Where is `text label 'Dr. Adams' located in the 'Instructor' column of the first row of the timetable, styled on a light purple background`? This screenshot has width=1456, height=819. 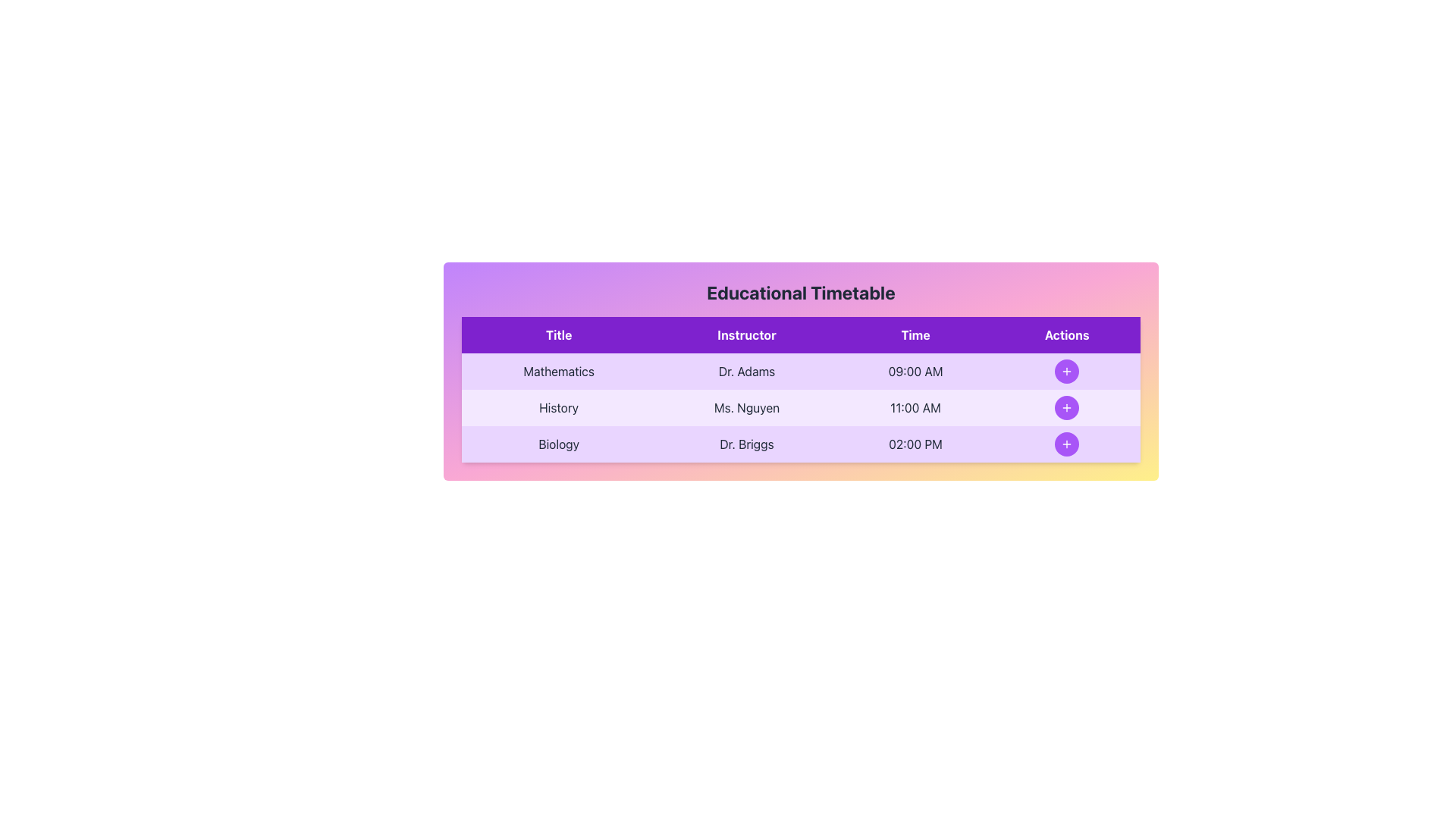 text label 'Dr. Adams' located in the 'Instructor' column of the first row of the timetable, styled on a light purple background is located at coordinates (746, 371).